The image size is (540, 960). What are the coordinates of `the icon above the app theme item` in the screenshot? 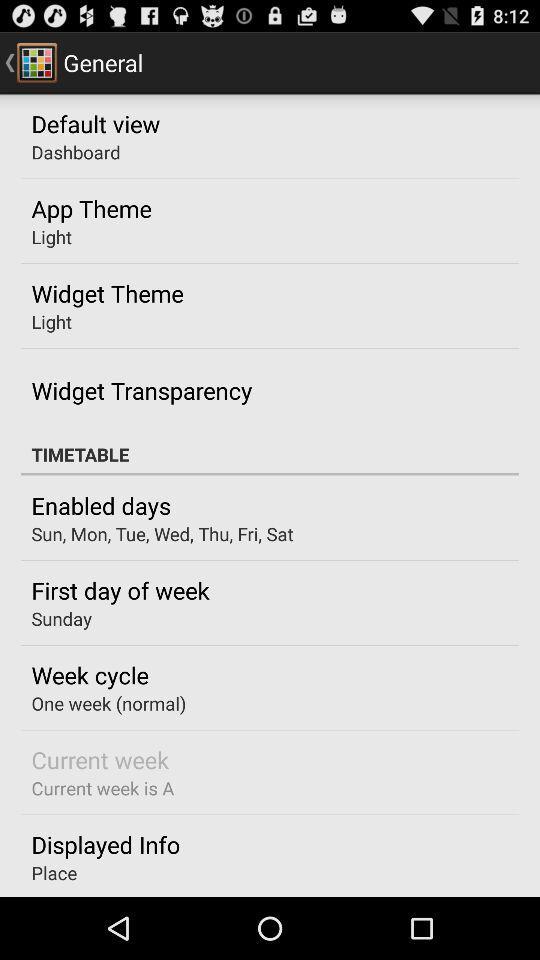 It's located at (75, 151).